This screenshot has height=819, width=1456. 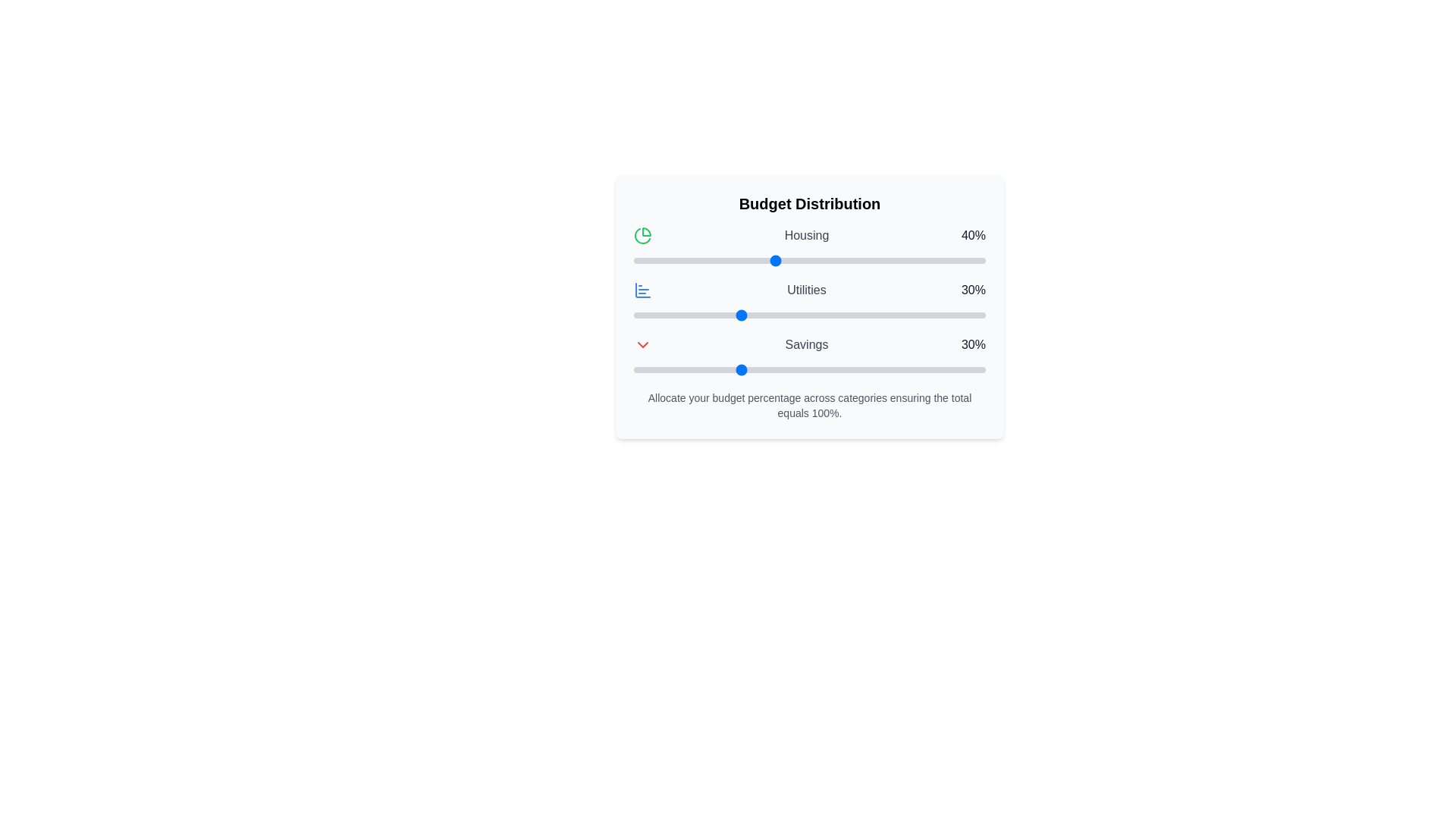 What do you see at coordinates (973, 290) in the screenshot?
I see `the percentage allocation information displayed in the Text label that follows the 'Utilities' label in the budget distribution interface` at bounding box center [973, 290].